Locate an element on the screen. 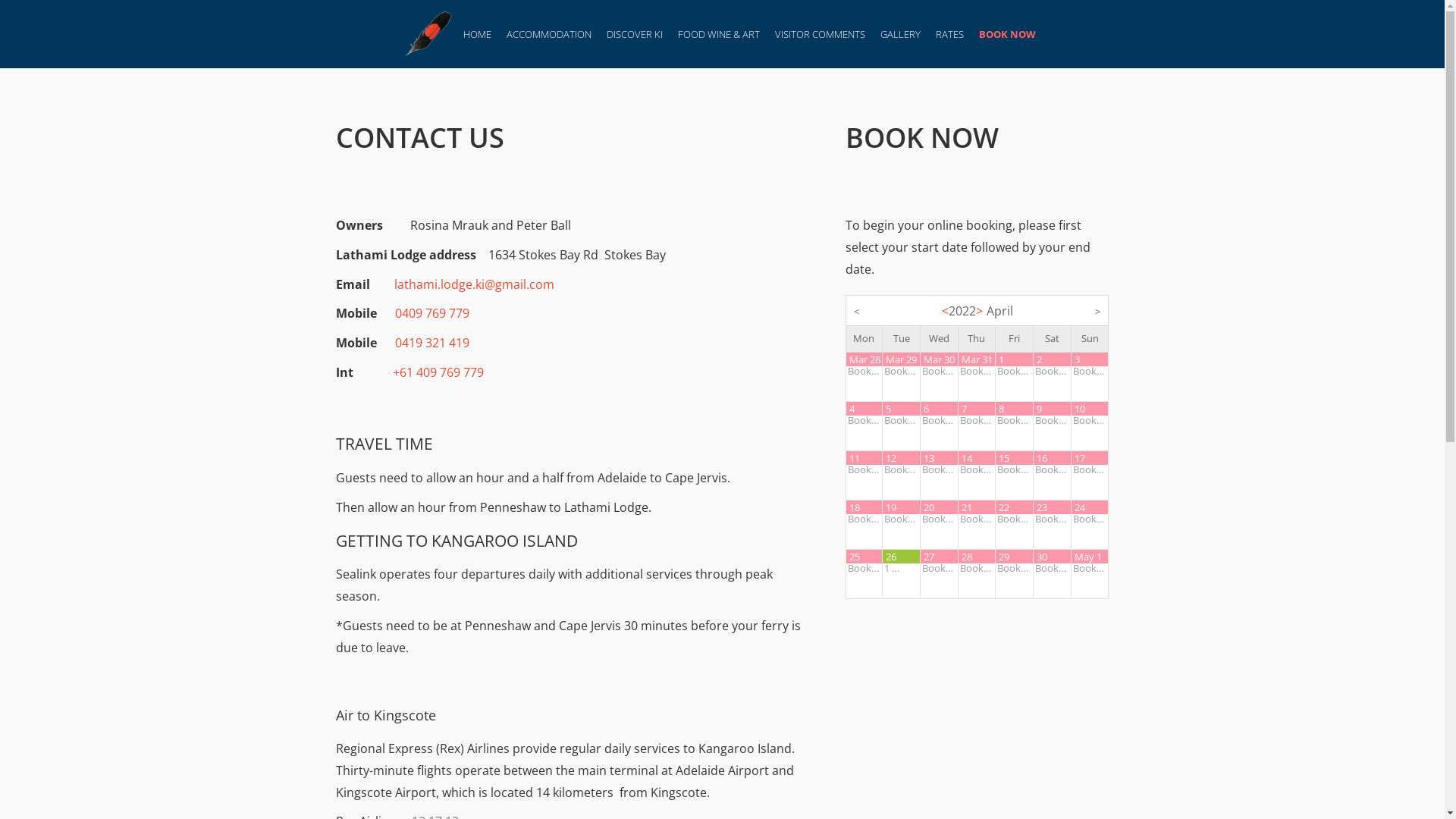 Image resolution: width=1456 pixels, height=819 pixels. 'RATES' is located at coordinates (949, 34).